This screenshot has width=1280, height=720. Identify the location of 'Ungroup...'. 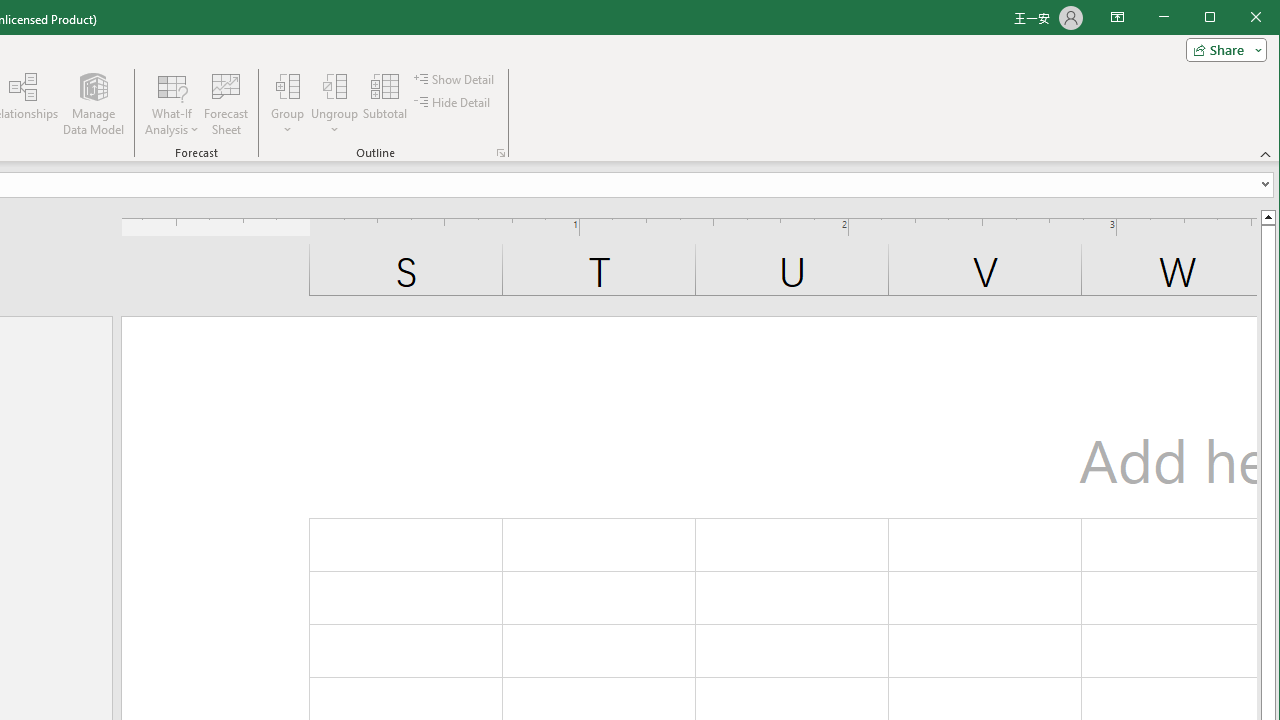
(334, 85).